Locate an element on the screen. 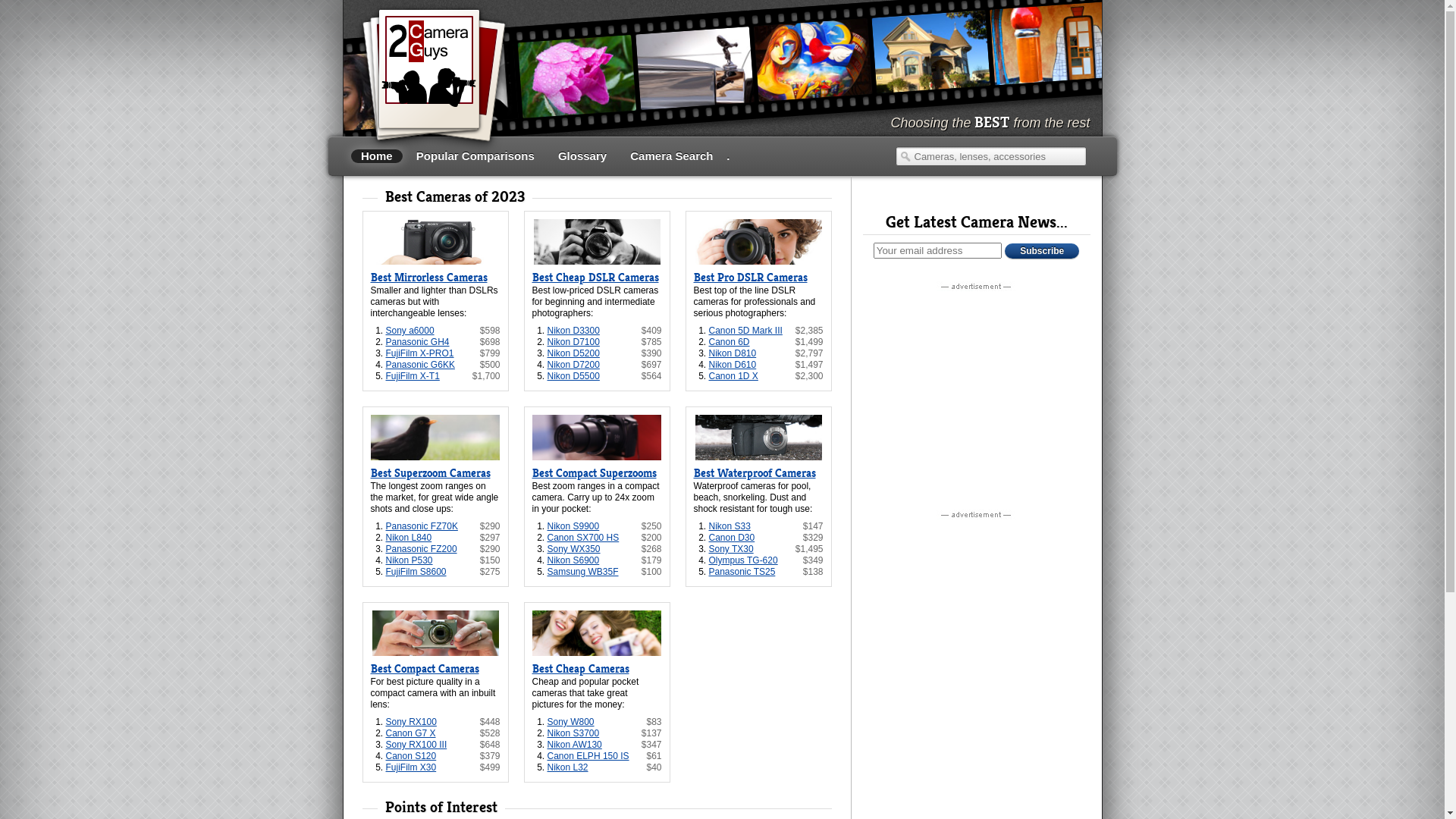  'Advertisement' is located at coordinates (976, 388).